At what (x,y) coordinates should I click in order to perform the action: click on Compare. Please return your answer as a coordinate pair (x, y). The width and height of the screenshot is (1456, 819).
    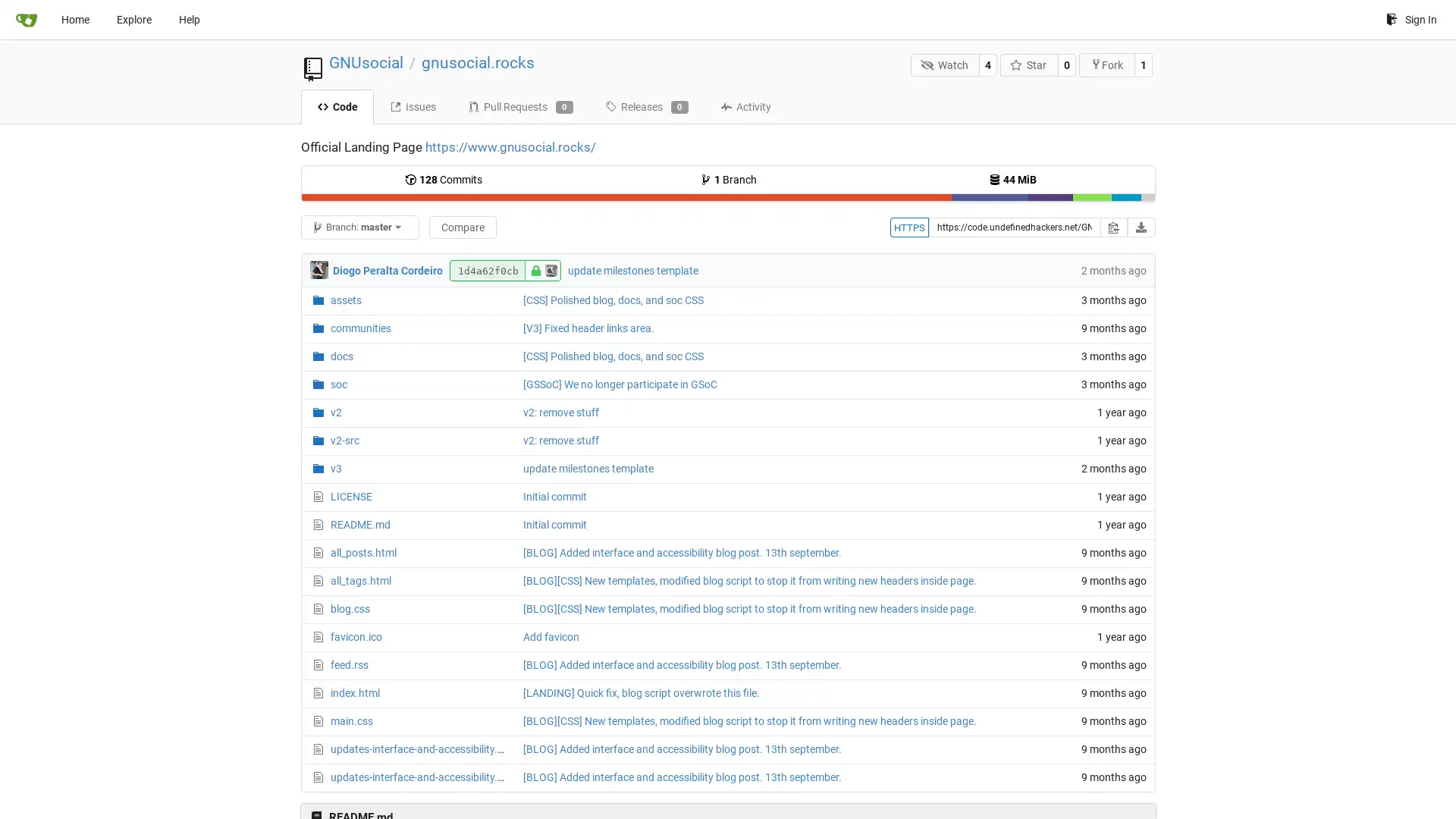
    Looking at the image, I should click on (461, 227).